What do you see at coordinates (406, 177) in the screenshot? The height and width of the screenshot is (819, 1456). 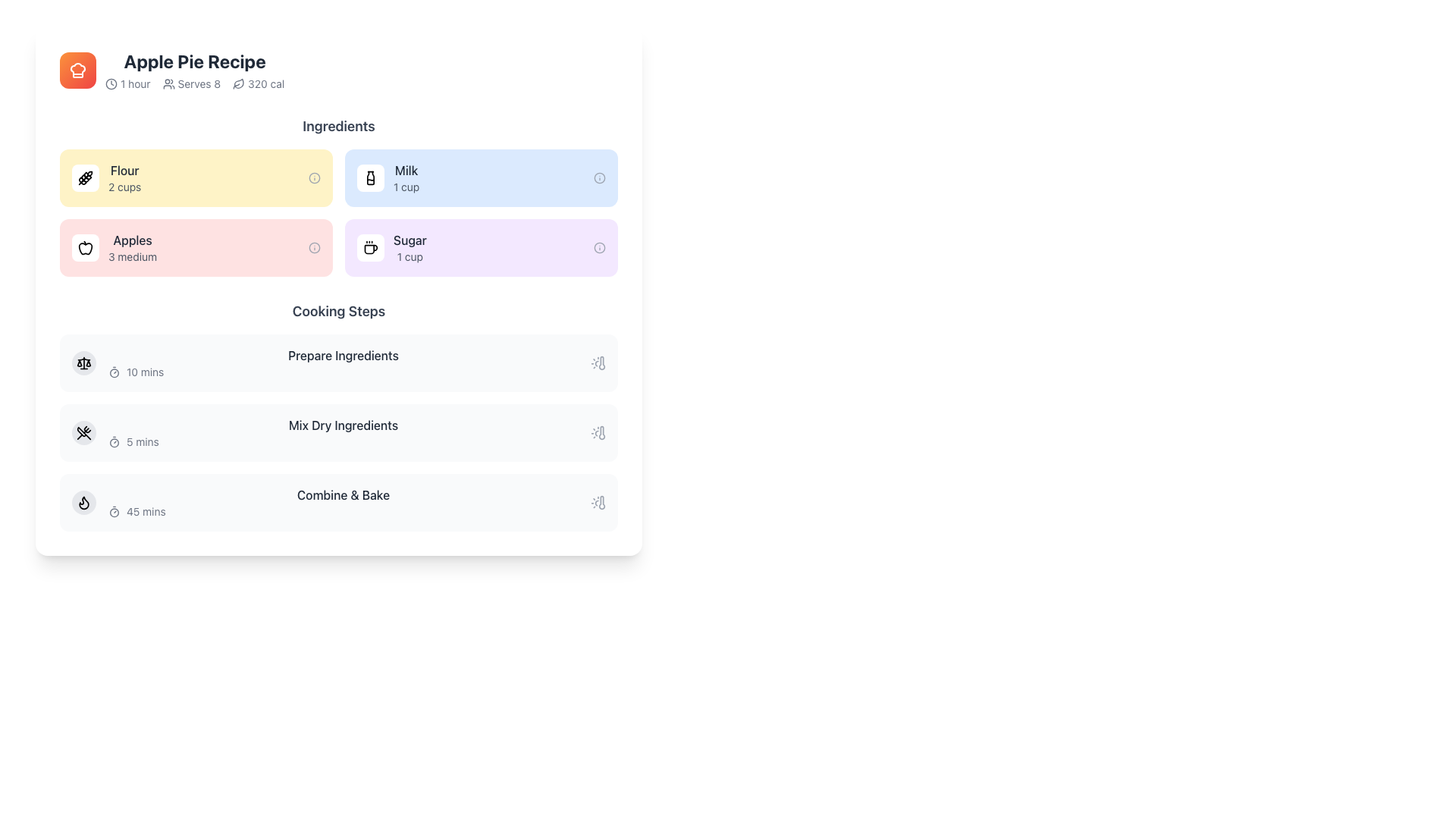 I see `the text block displaying 'Milk' and '1 cup', which is the second item in the 'Ingredients' section of the recipe interface, positioned below the header 'Ingredients' and to the right of 'Flour'` at bounding box center [406, 177].